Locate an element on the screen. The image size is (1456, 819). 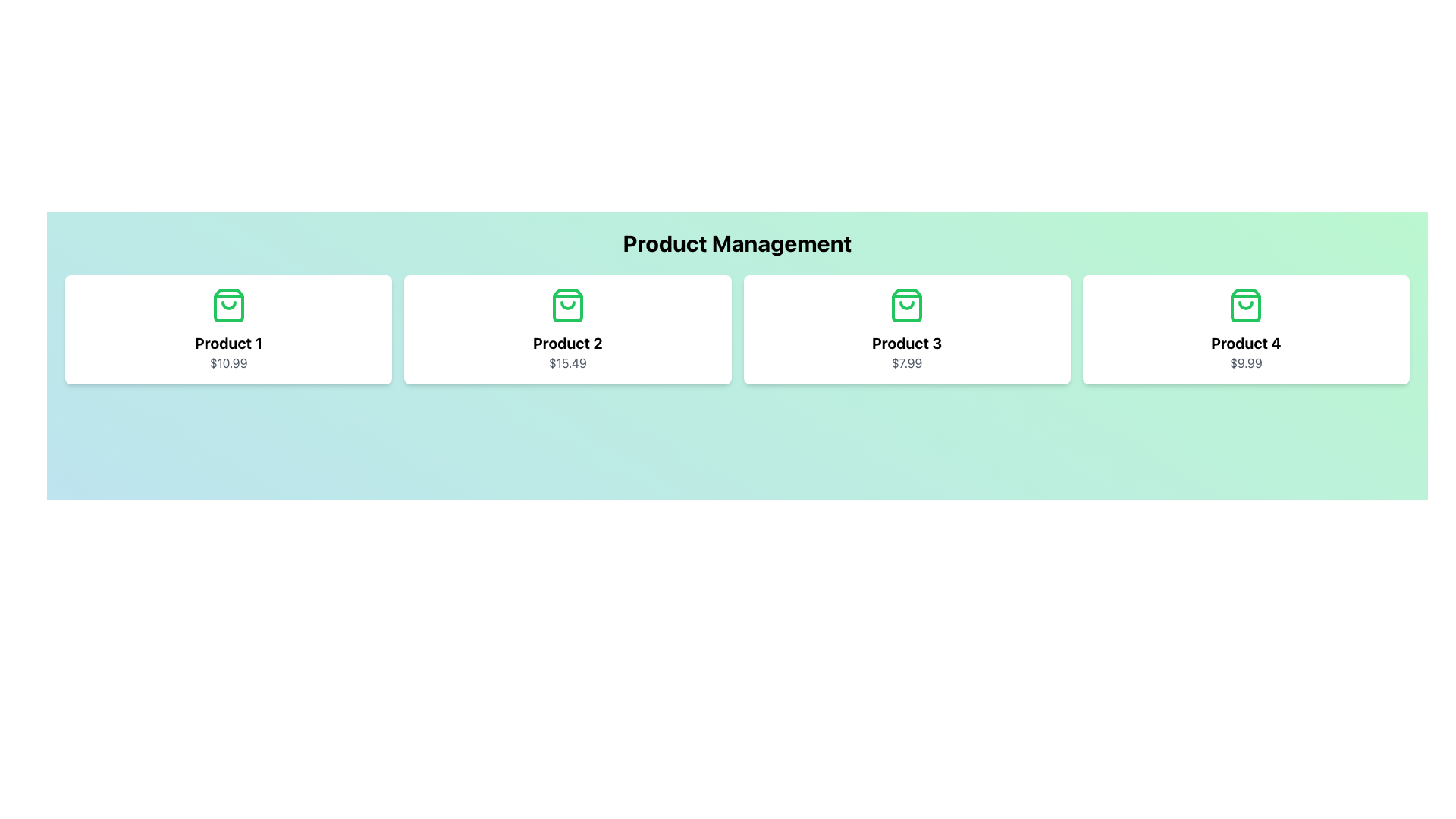
the shopping bag icon located at the top center of the 'Product 4' card, which is positioned above the text '$9.99' is located at coordinates (1246, 305).